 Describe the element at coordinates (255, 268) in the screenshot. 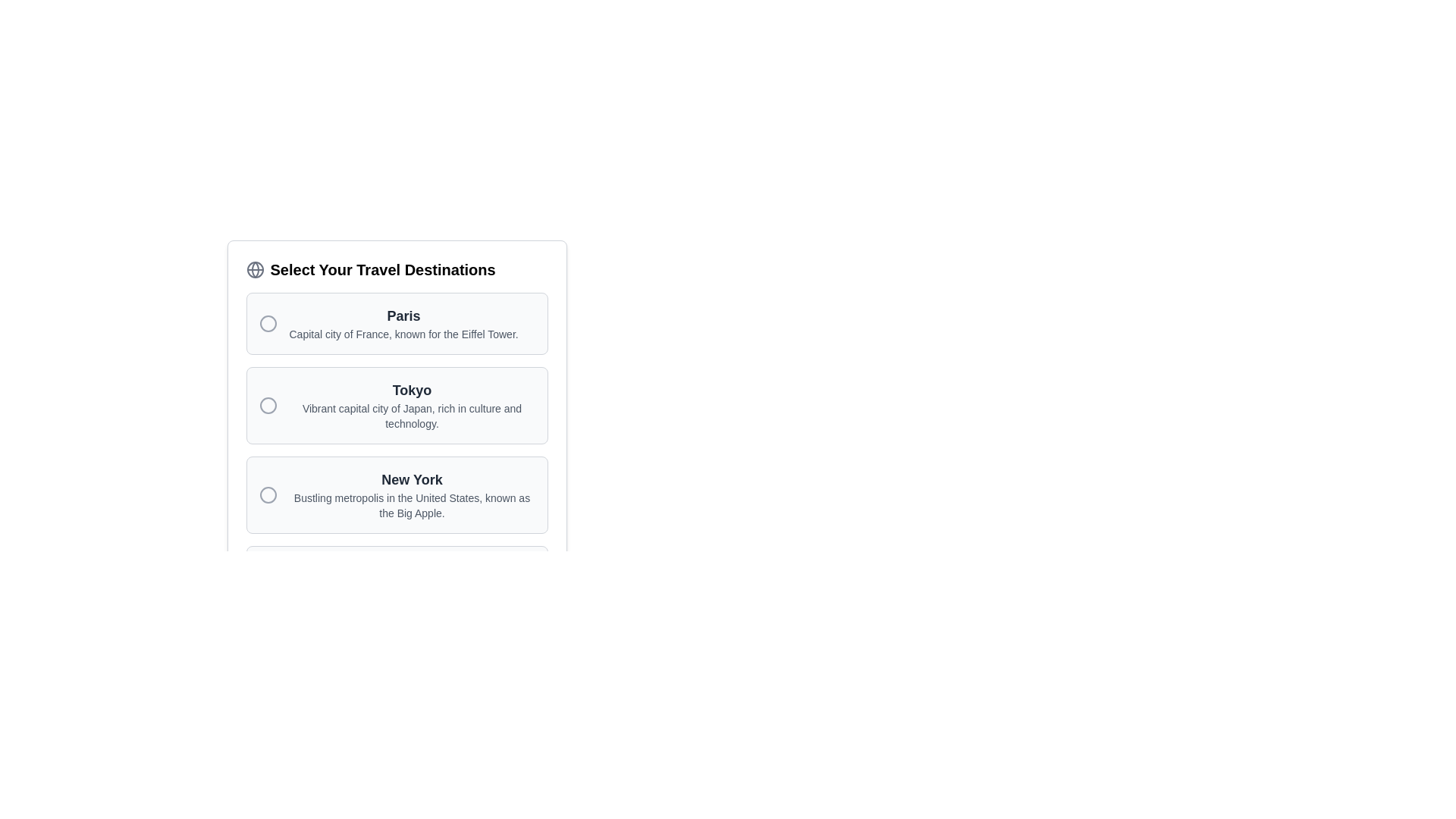

I see `the SVG graphical circle that is part of the globe icon used in the title 'Select Your Travel Destinations'` at that location.